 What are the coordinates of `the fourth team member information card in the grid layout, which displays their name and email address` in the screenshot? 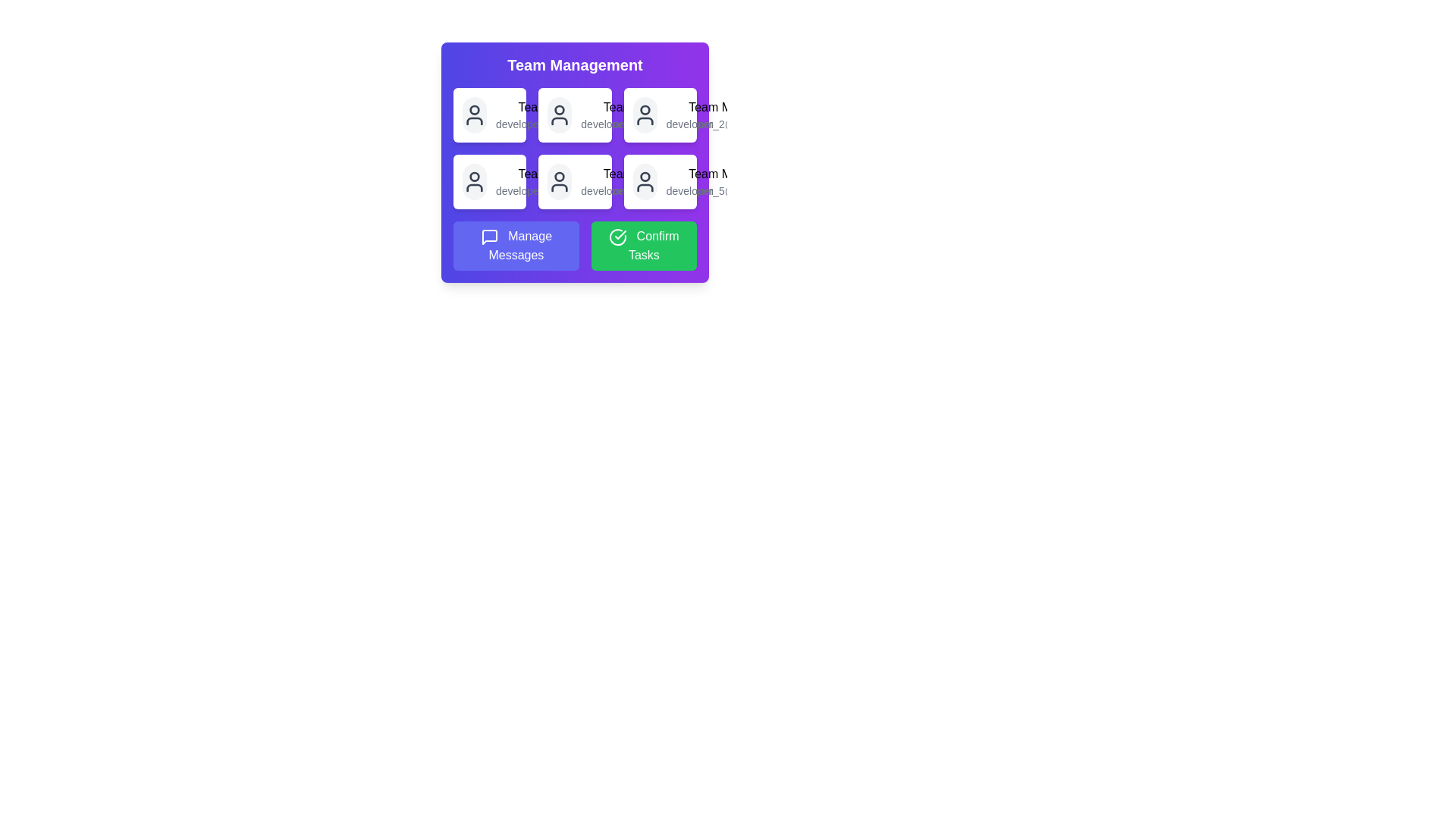 It's located at (490, 180).